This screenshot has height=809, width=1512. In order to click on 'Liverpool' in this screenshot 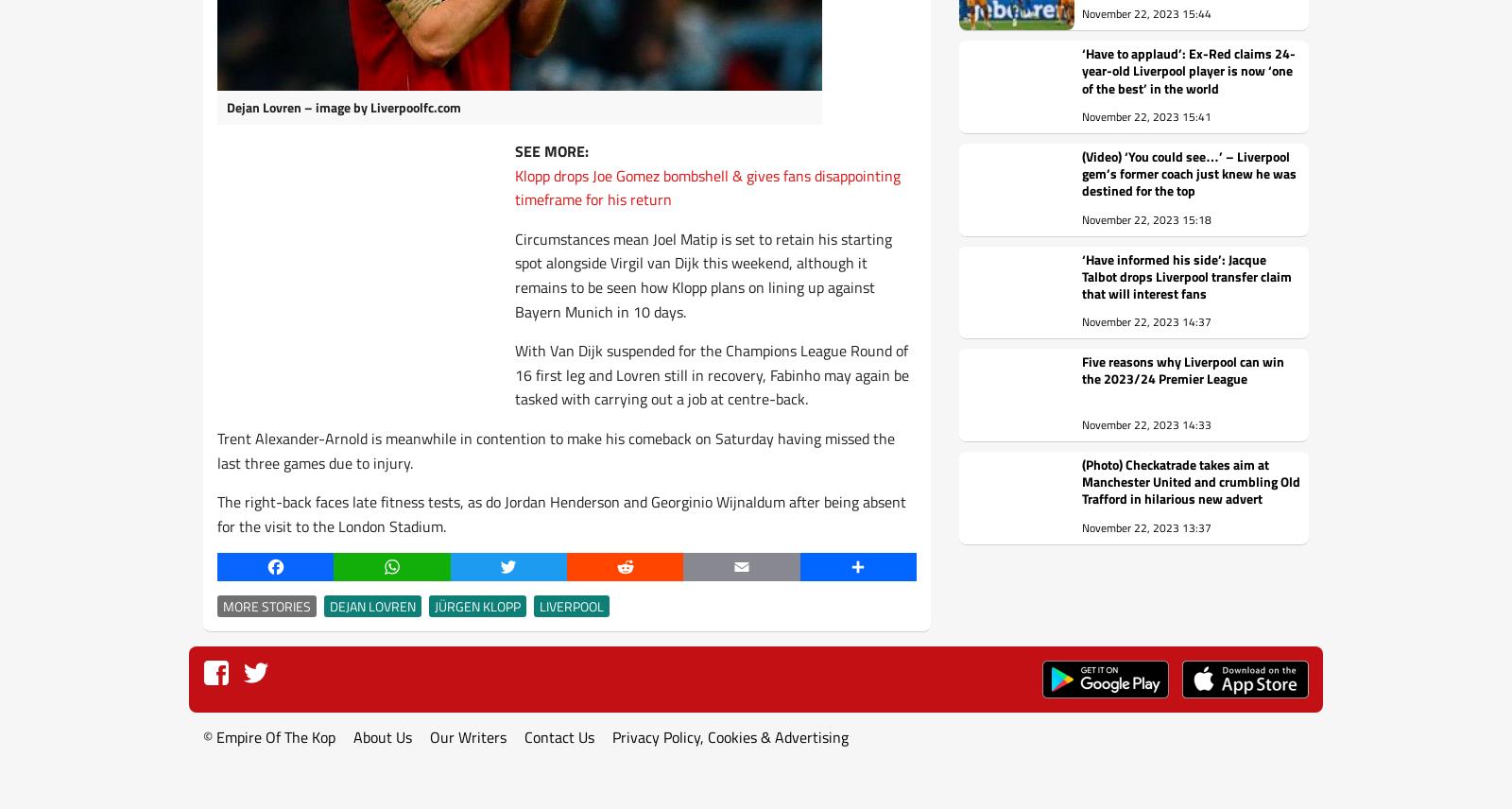, I will do `click(571, 605)`.